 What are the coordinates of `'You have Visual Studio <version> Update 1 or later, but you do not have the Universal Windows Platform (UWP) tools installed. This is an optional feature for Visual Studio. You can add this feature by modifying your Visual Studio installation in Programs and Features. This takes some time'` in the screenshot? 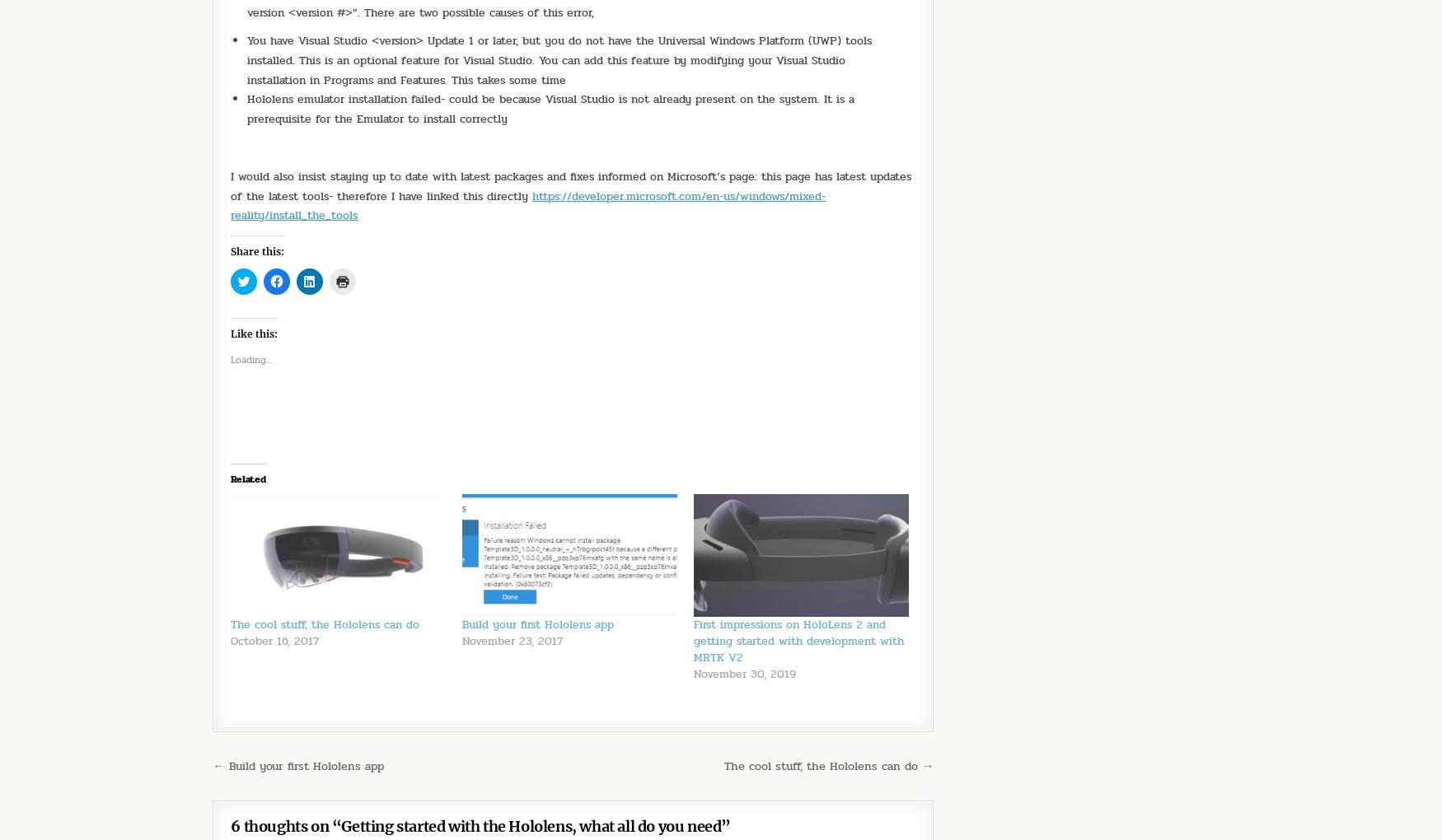 It's located at (559, 60).